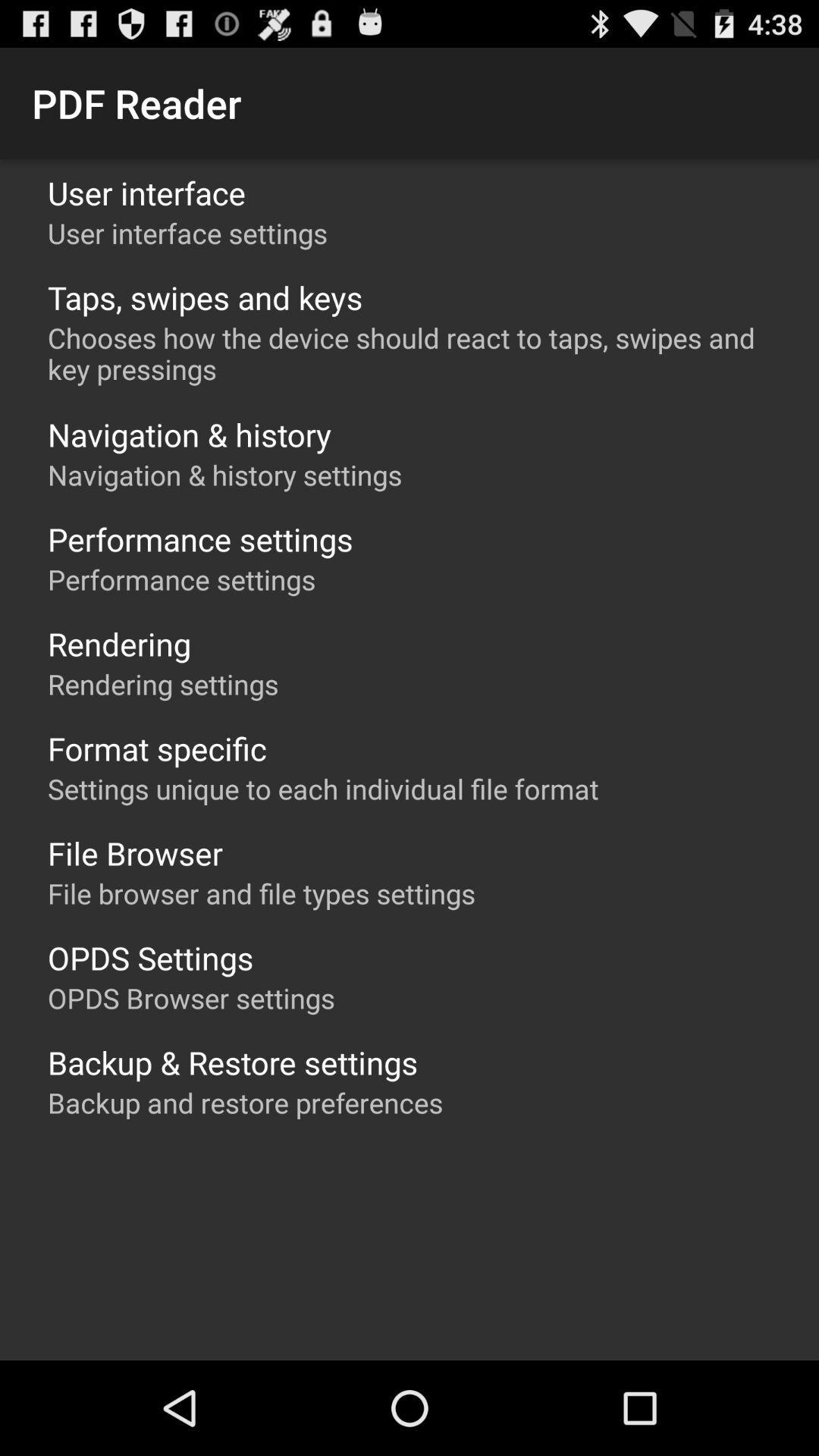 The height and width of the screenshot is (1456, 819). Describe the element at coordinates (157, 748) in the screenshot. I see `item below the rendering settings item` at that location.